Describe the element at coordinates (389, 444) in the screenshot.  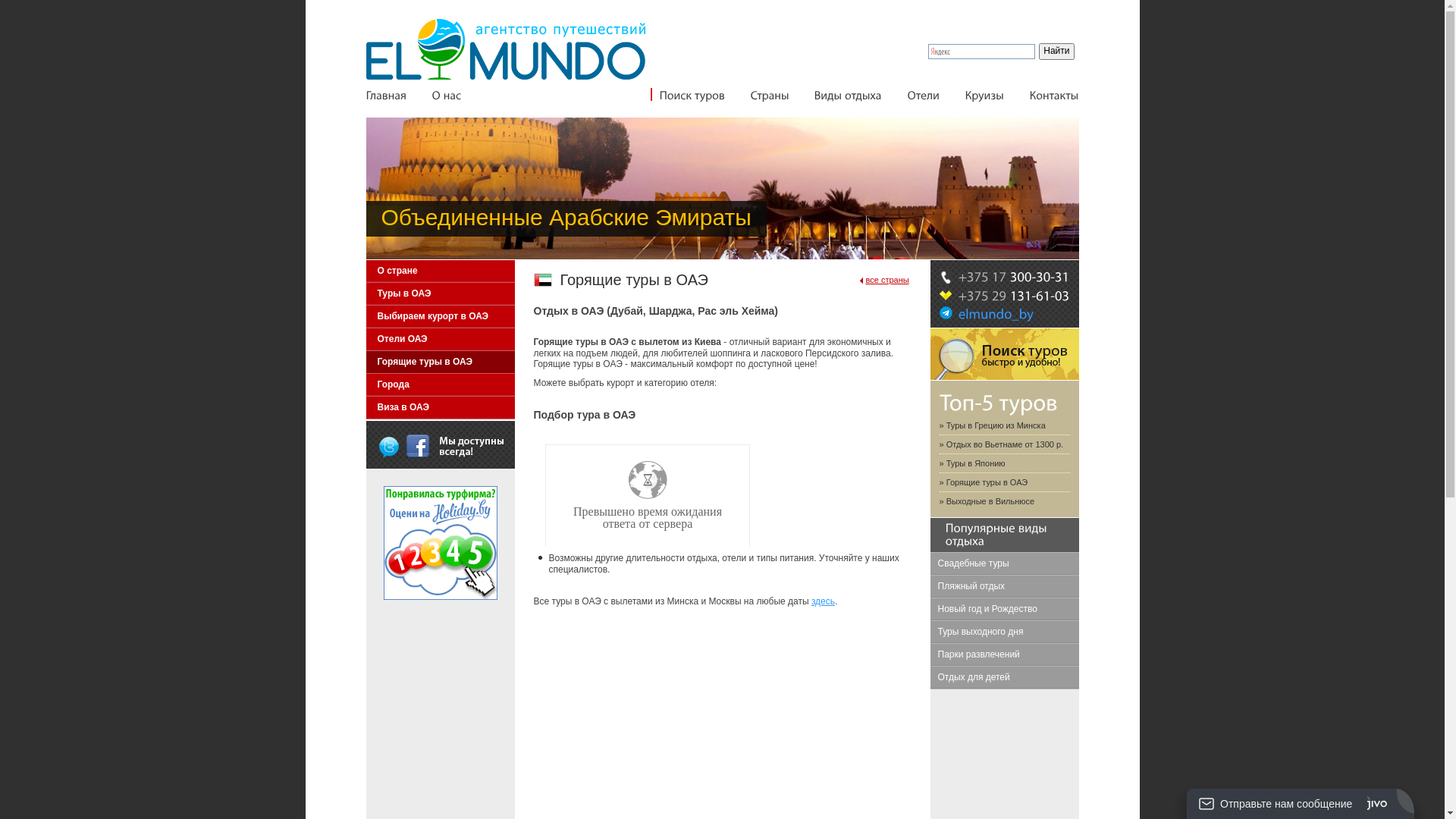
I see `' '` at that location.